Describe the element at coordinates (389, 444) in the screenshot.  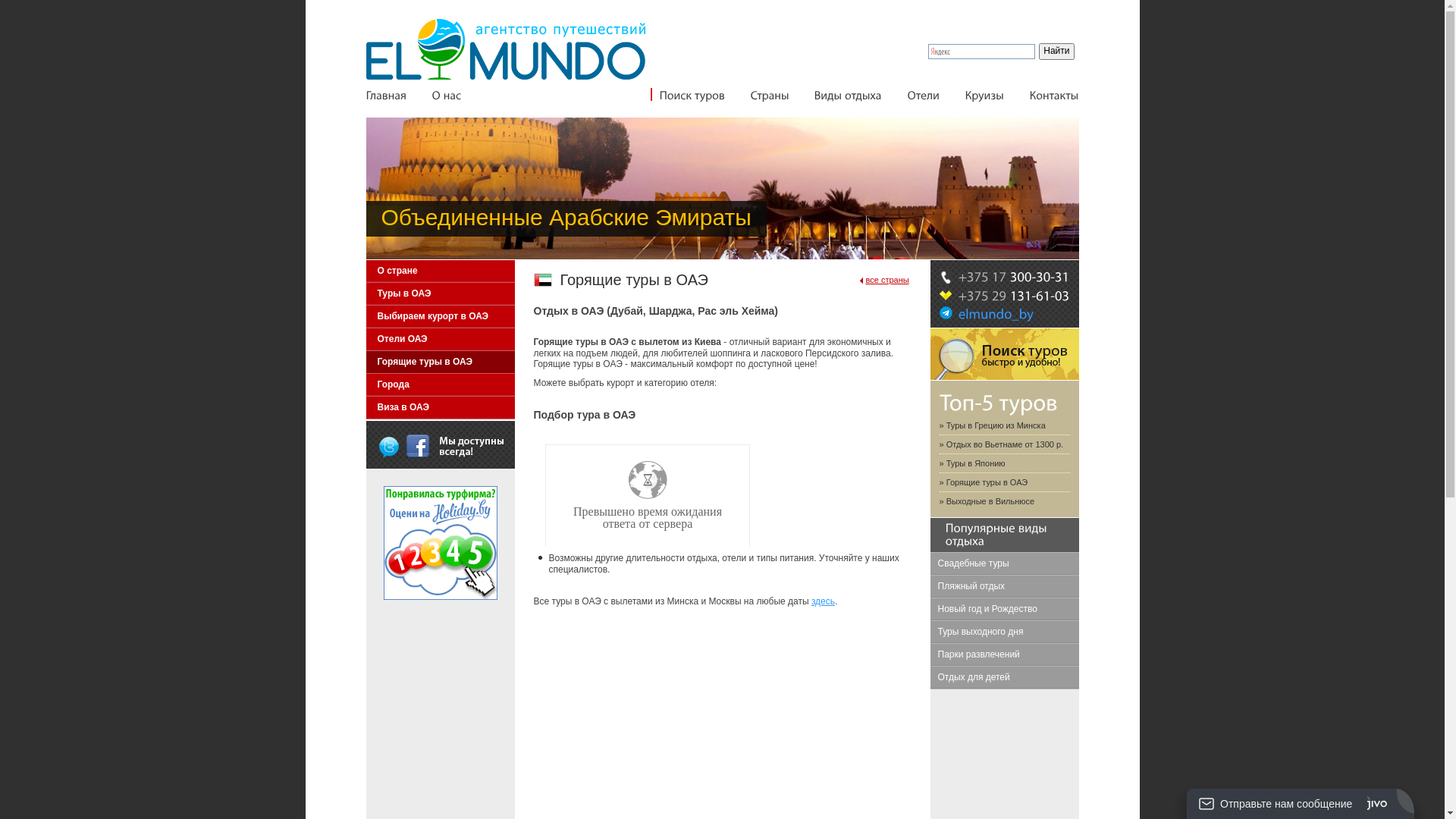
I see `' '` at that location.